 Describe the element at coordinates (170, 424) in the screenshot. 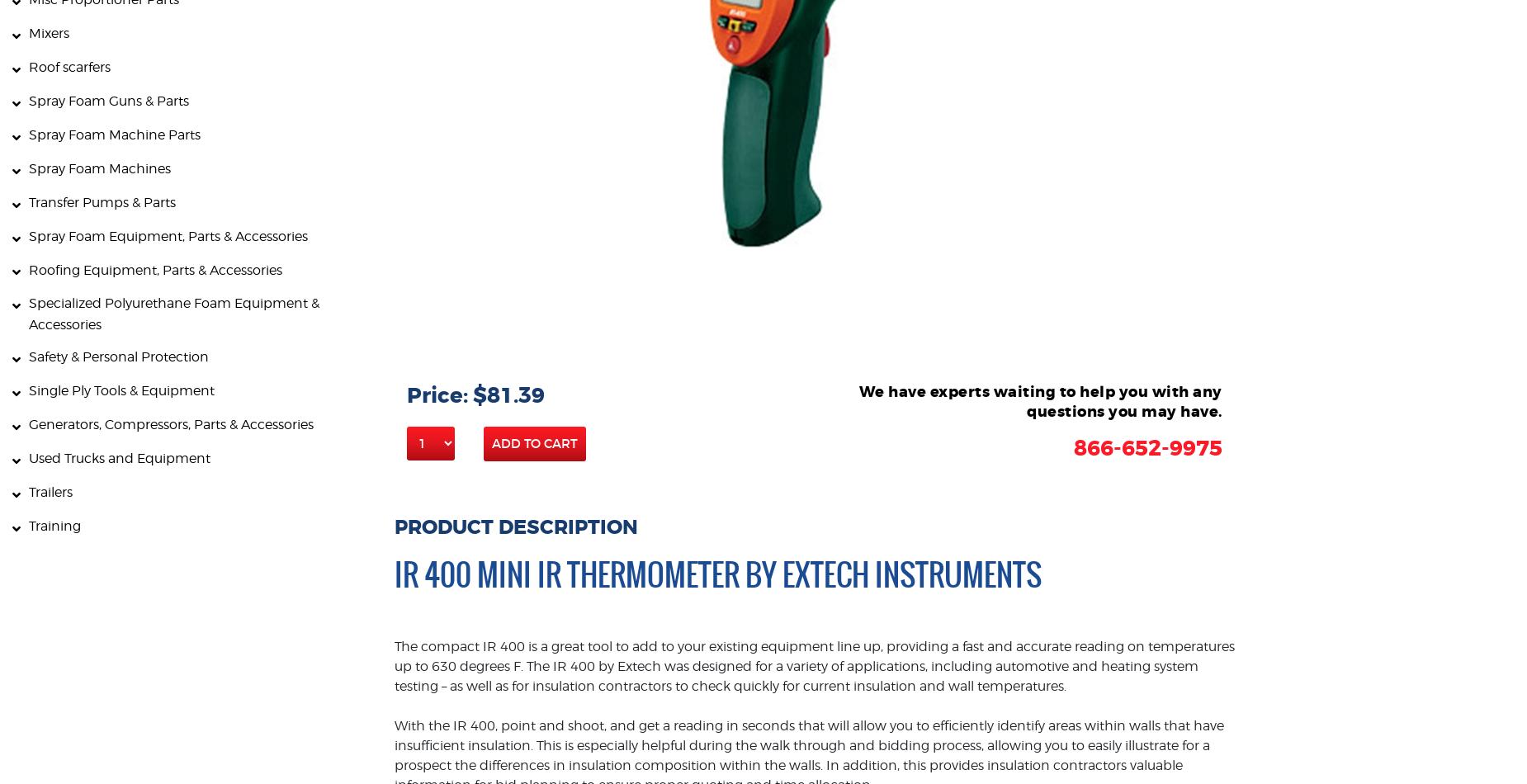

I see `'Generators, Compressors, Parts & Accessories'` at that location.